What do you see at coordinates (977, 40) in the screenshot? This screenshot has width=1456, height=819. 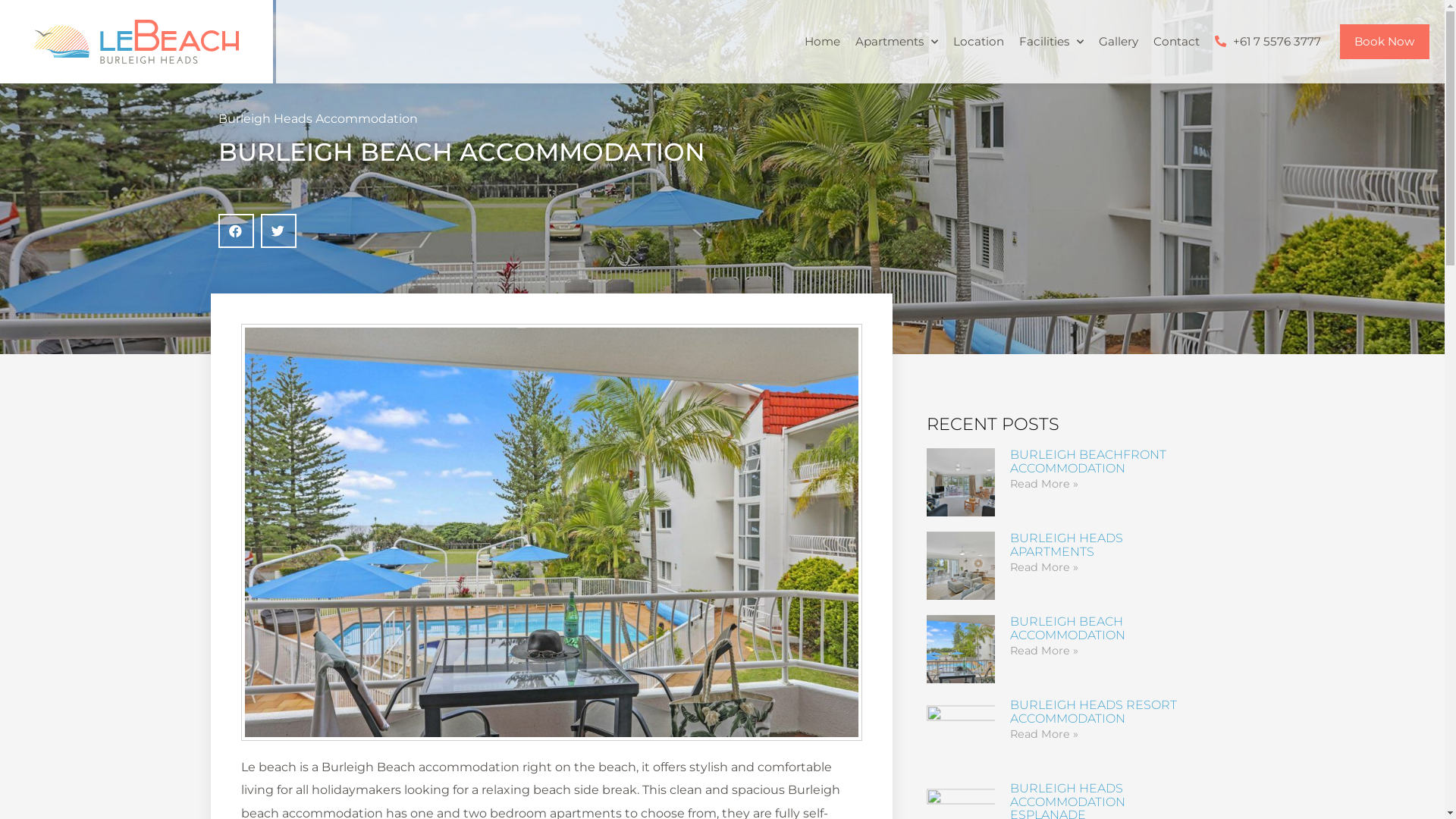 I see `'Location'` at bounding box center [977, 40].